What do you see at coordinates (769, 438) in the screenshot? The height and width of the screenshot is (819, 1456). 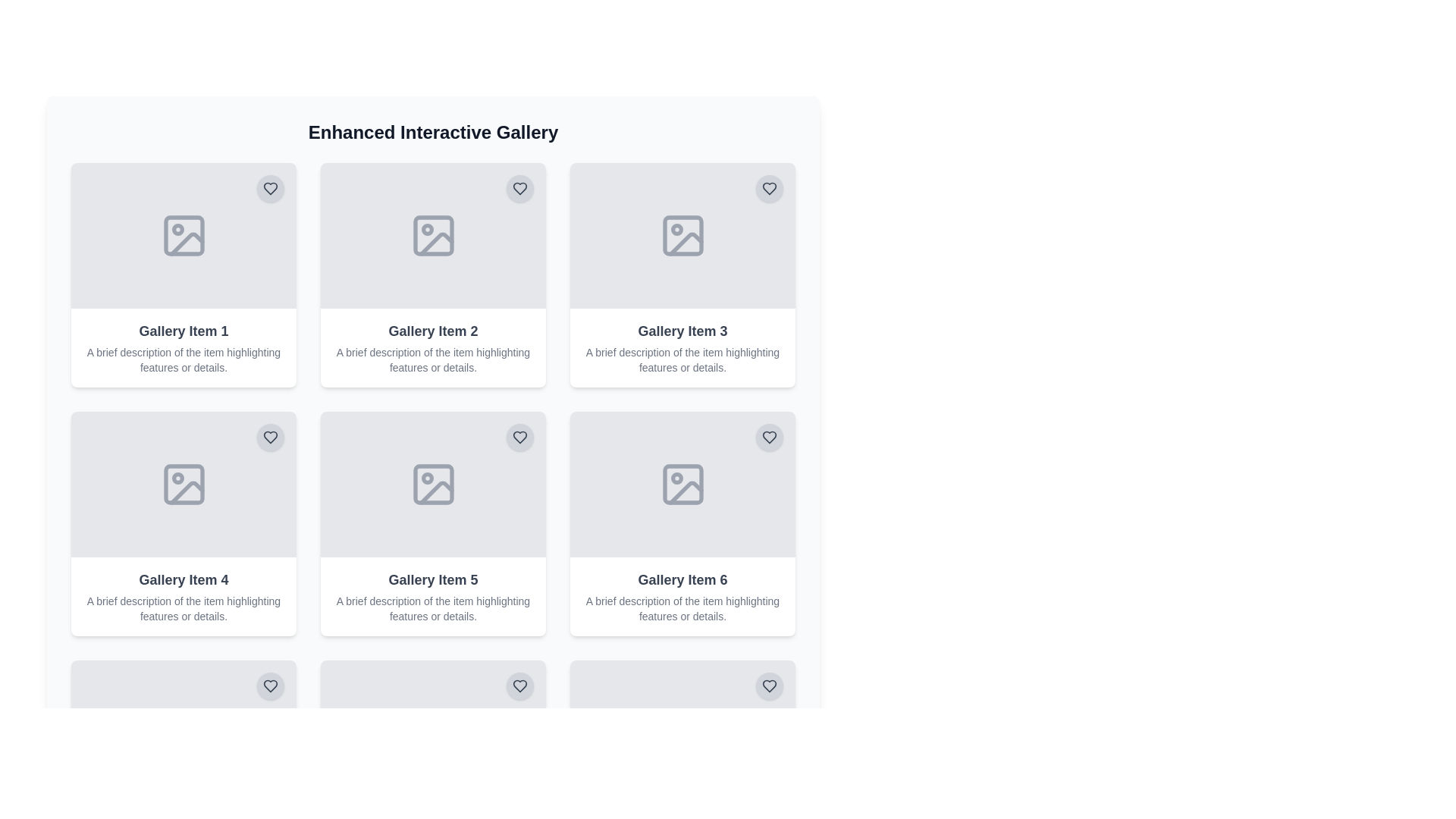 I see `the heart-shaped SVG icon located at the top-right corner of the sixth gallery item, which indicates a 'like' or 'favorite' action` at bounding box center [769, 438].